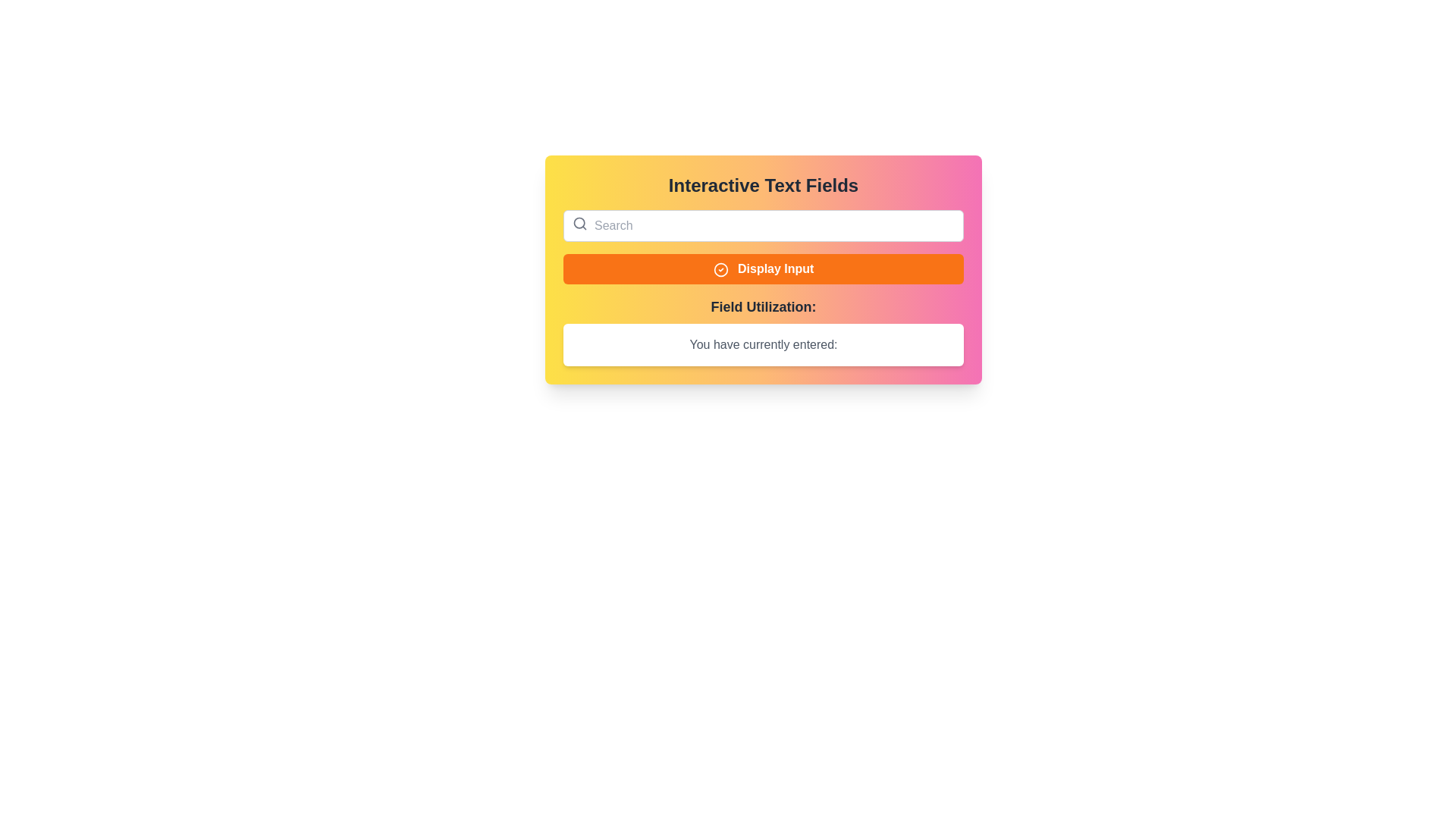 The image size is (1456, 819). Describe the element at coordinates (764, 268) in the screenshot. I see `the rectangular button with an orange background and white text that reads 'Display Input', located below the search input box and above the label reading 'Field Utilization'` at that location.